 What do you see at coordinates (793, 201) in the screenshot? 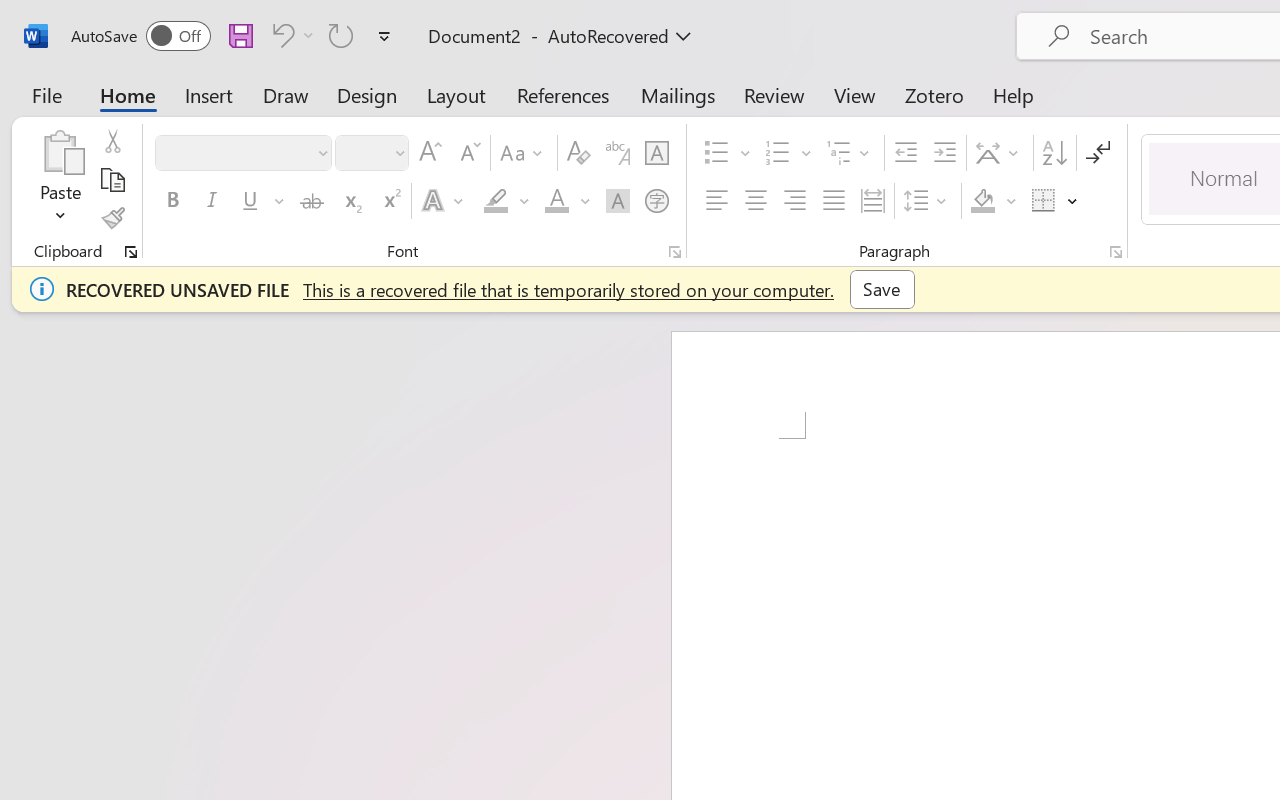
I see `'Align Right'` at bounding box center [793, 201].